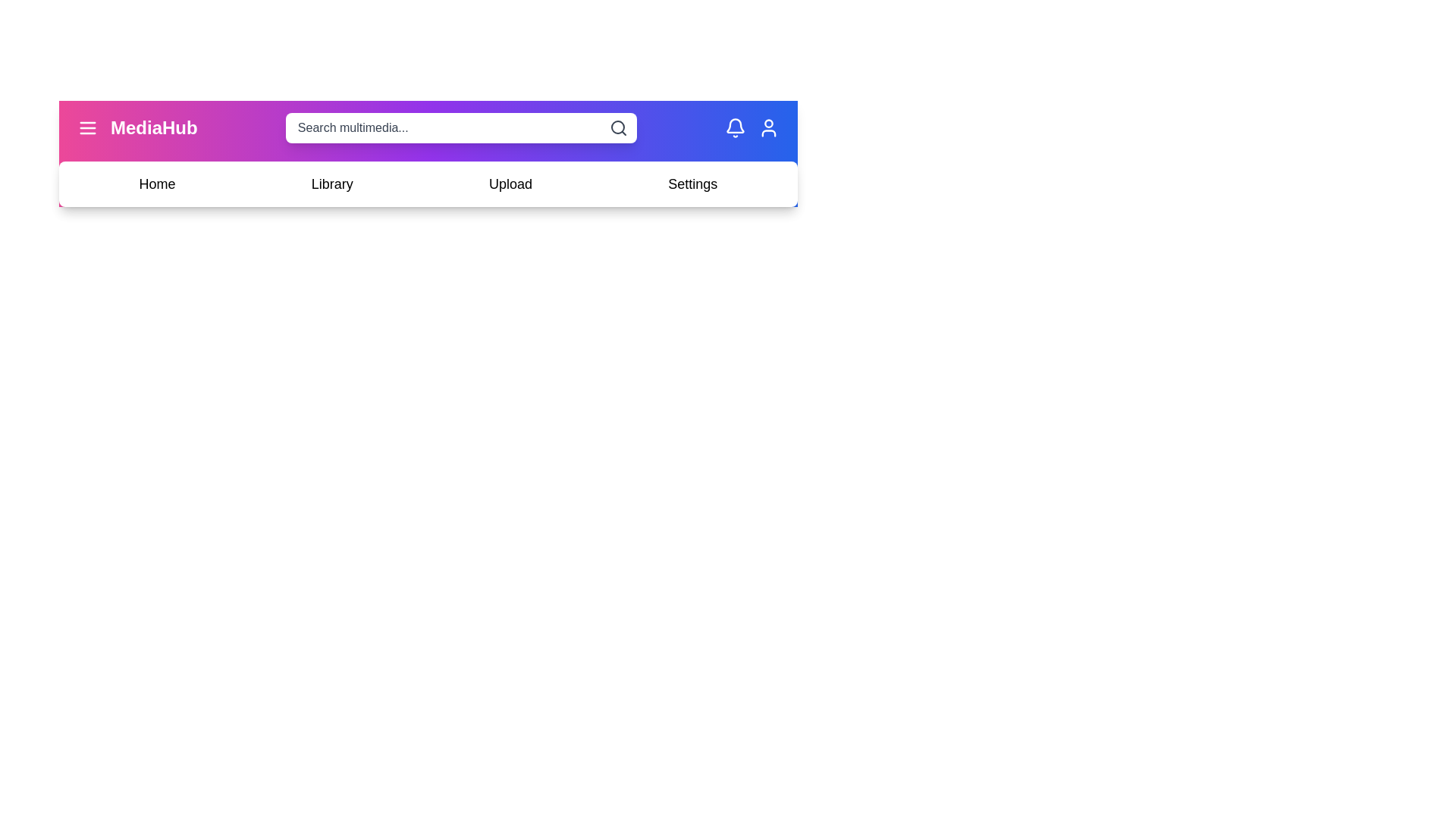 Image resolution: width=1456 pixels, height=819 pixels. I want to click on the user icon in the app bar to view the user profile, so click(768, 127).